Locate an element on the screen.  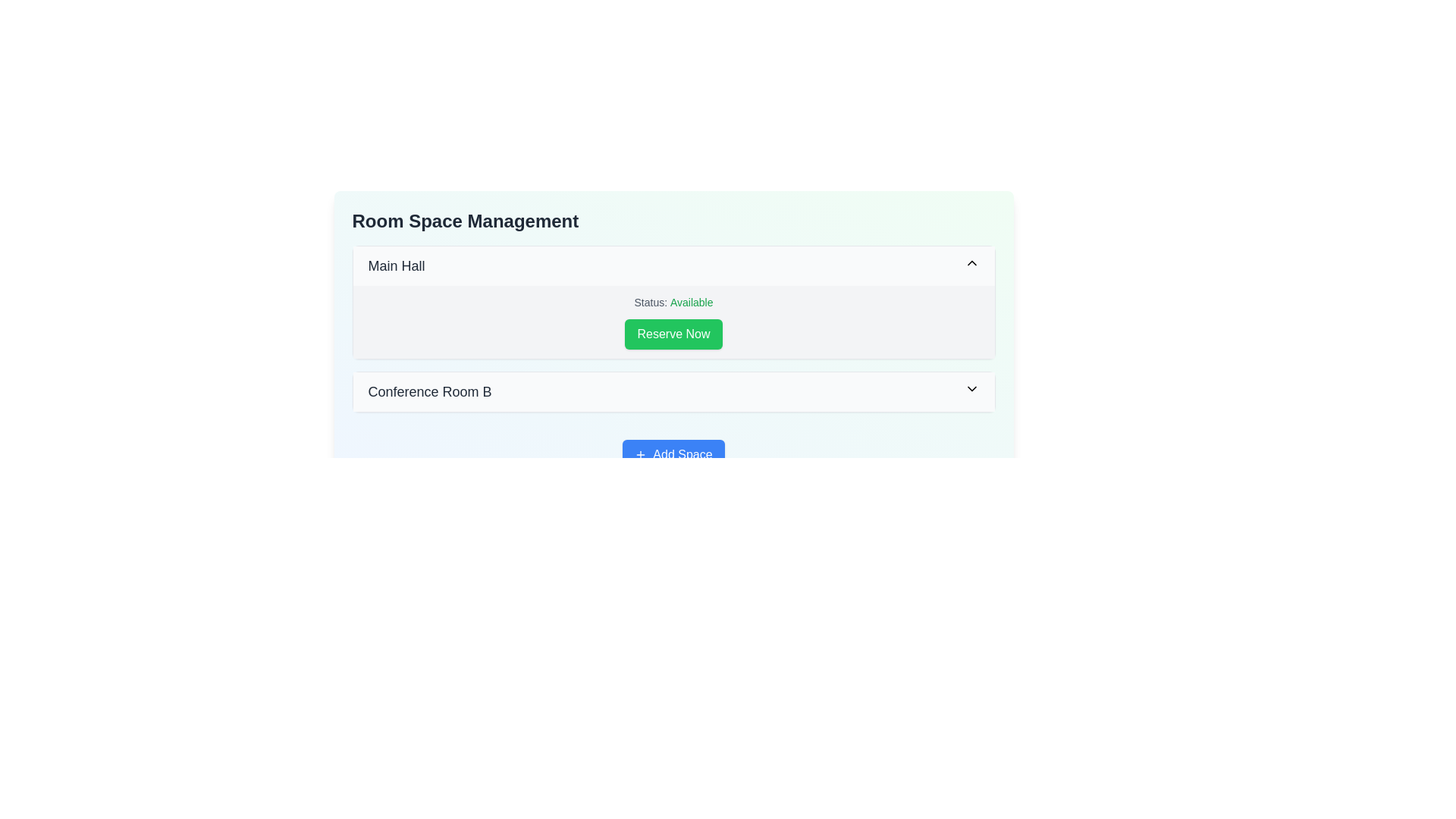
the plus icon located to the left of the 'Add Space' button to initiate the action of adding a space is located at coordinates (641, 454).